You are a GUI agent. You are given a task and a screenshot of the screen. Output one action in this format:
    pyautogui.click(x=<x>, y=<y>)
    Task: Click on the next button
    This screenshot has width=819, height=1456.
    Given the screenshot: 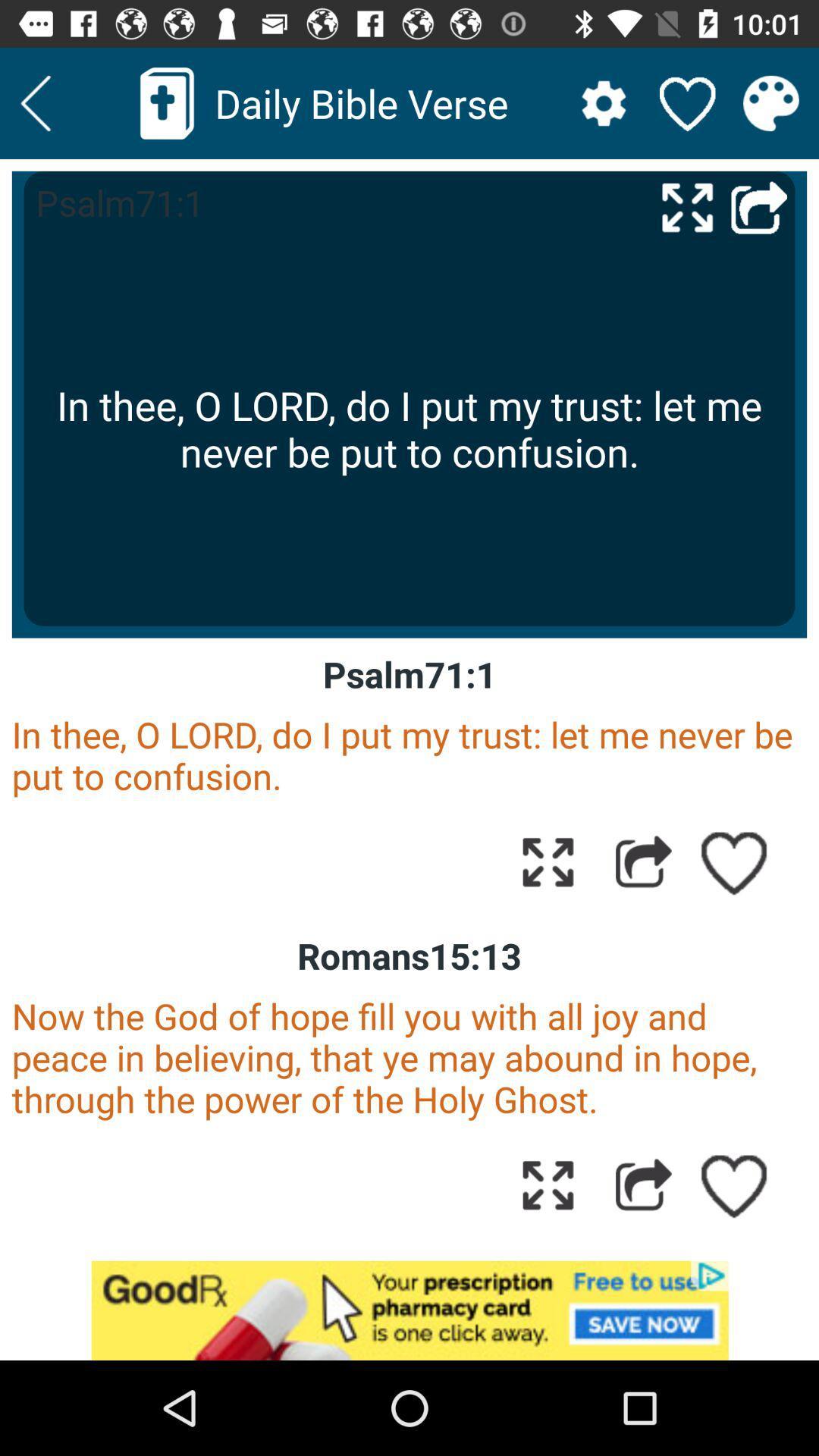 What is the action you would take?
    pyautogui.click(x=35, y=102)
    